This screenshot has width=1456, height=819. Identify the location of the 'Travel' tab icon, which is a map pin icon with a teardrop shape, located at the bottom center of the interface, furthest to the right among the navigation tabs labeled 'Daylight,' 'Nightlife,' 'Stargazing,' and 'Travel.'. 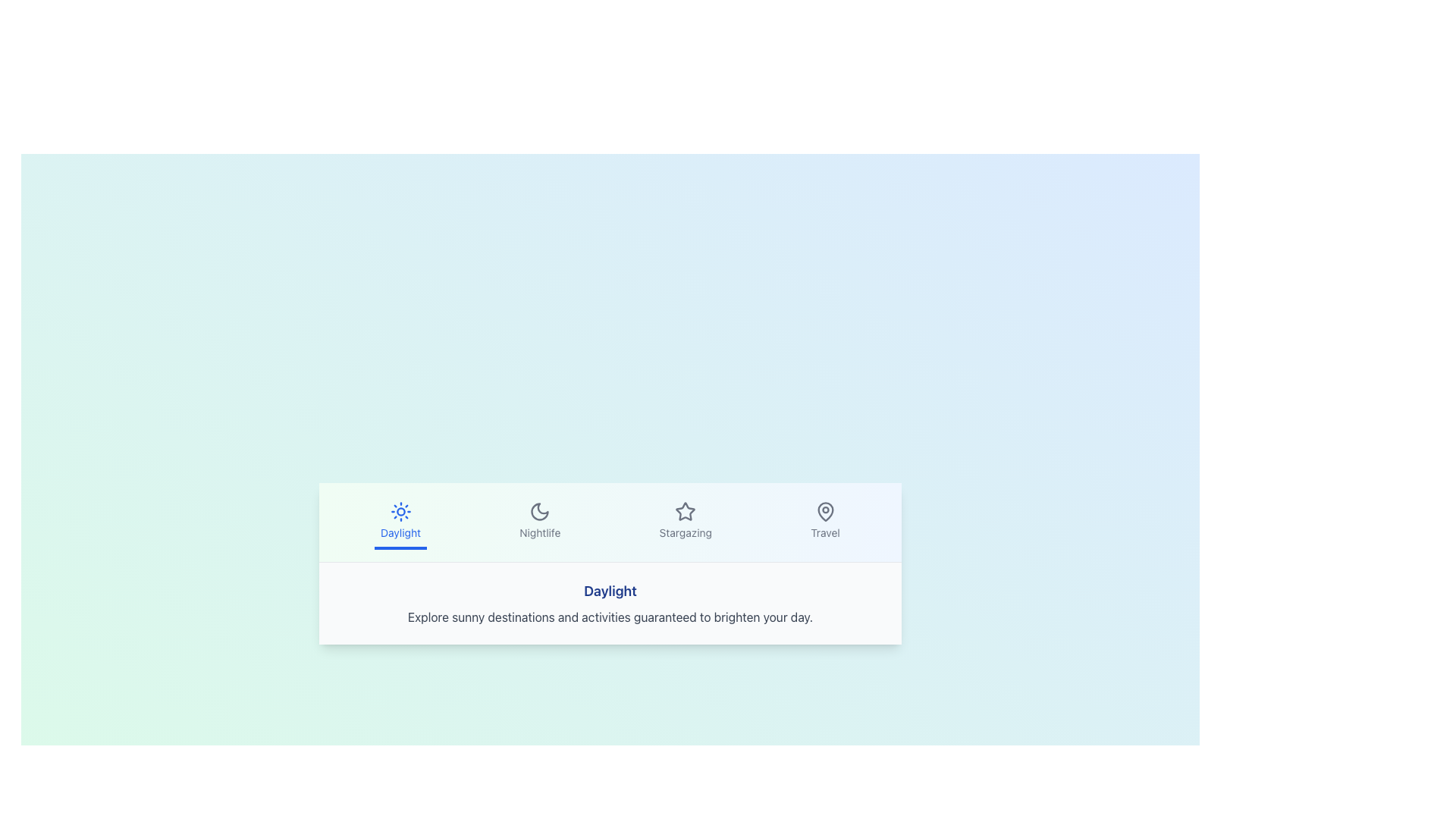
(824, 511).